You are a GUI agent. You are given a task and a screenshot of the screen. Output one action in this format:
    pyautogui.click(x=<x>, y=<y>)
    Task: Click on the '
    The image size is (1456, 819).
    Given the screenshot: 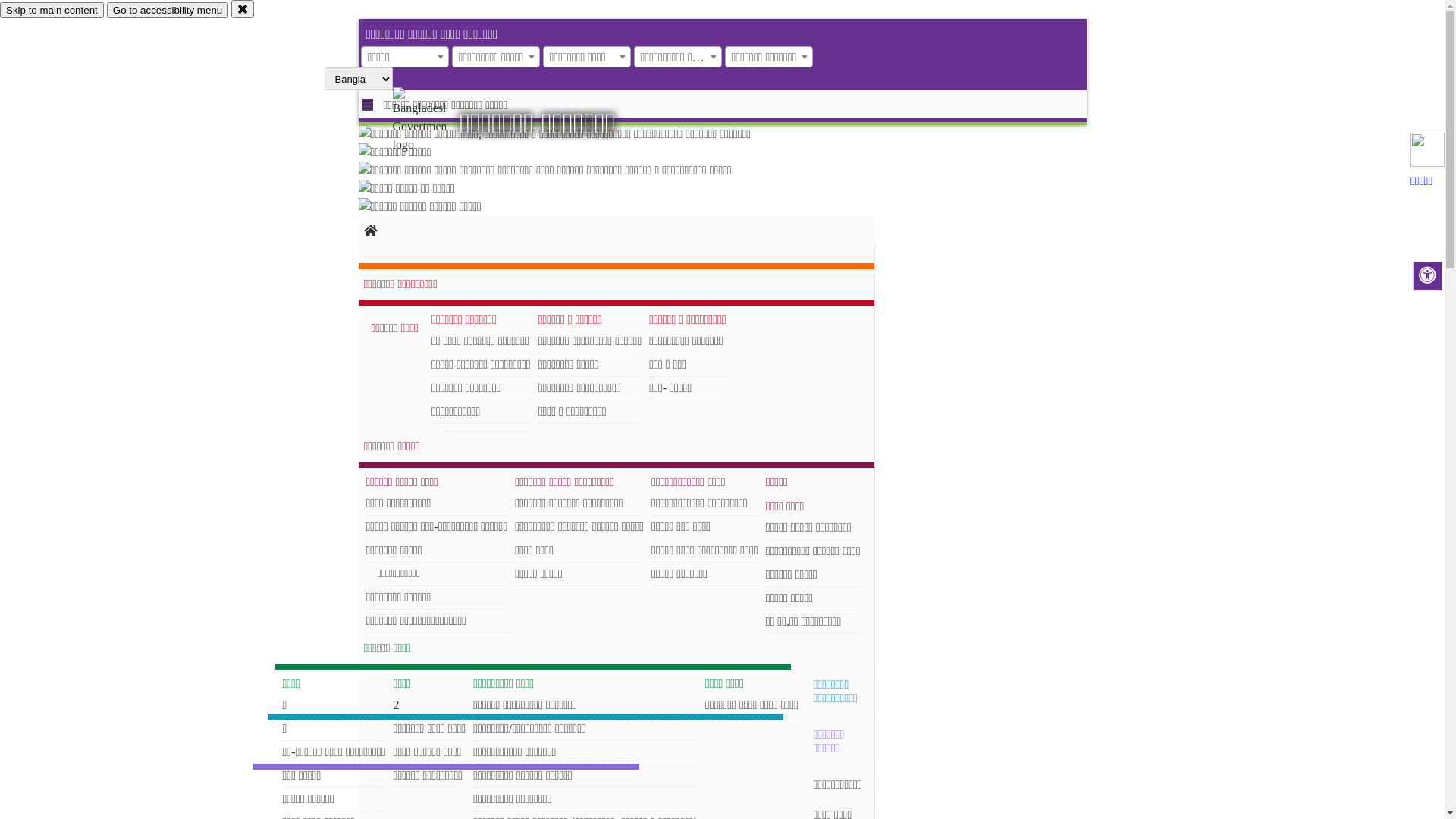 What is the action you would take?
    pyautogui.click(x=431, y=119)
    